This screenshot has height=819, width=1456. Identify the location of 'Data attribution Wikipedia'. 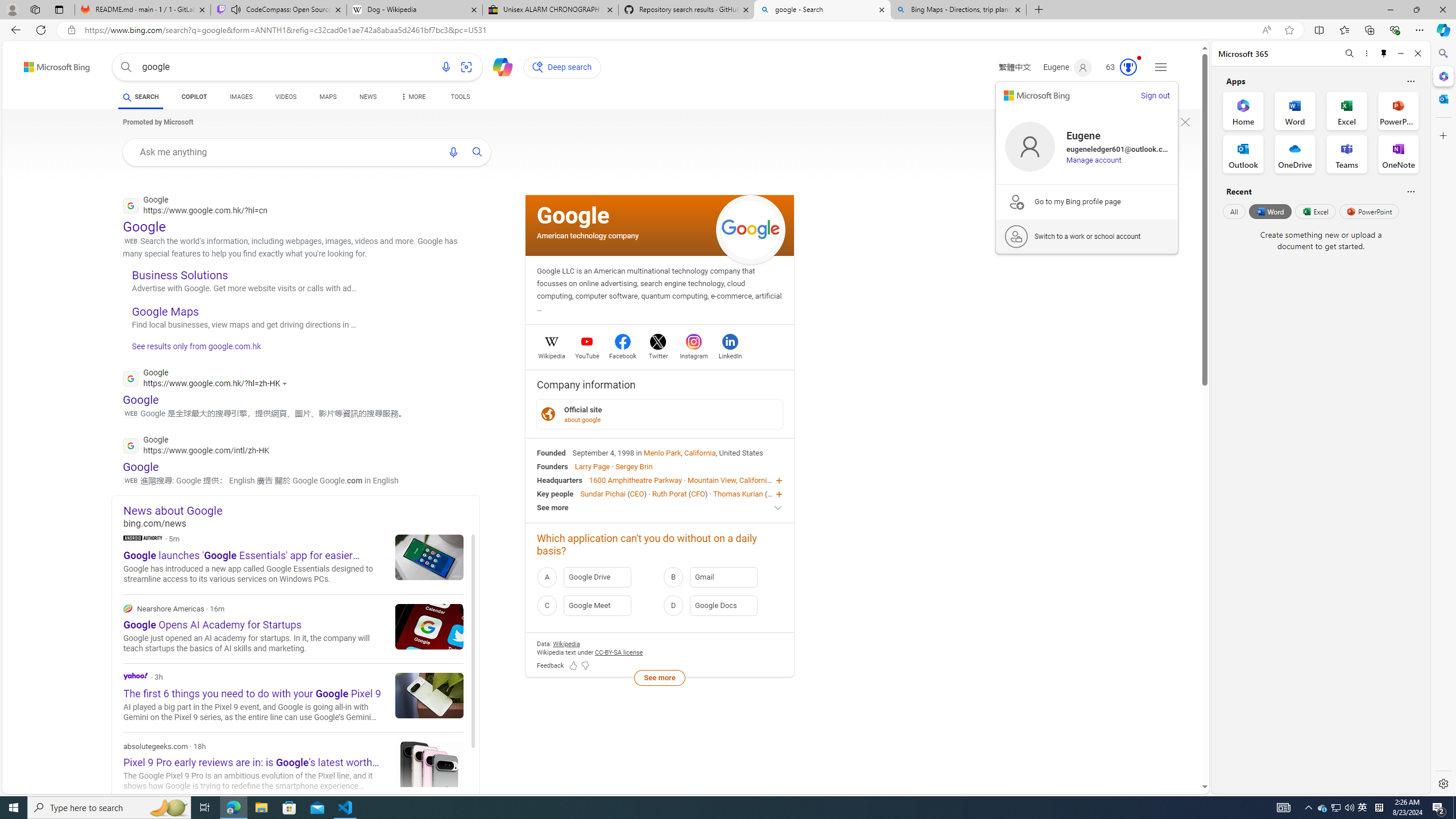
(565, 643).